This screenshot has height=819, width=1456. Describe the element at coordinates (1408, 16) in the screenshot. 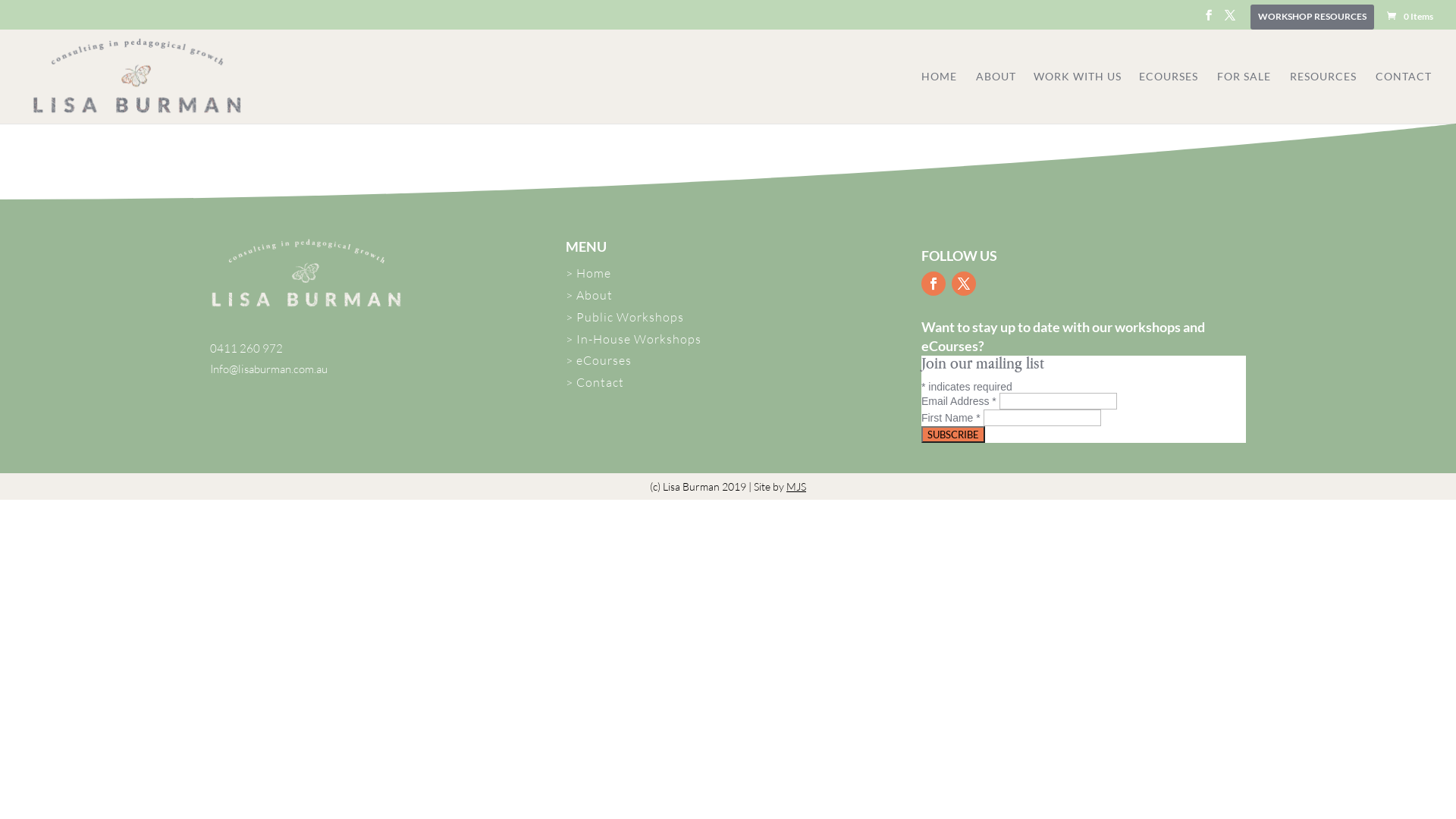

I see `'0 Items'` at that location.